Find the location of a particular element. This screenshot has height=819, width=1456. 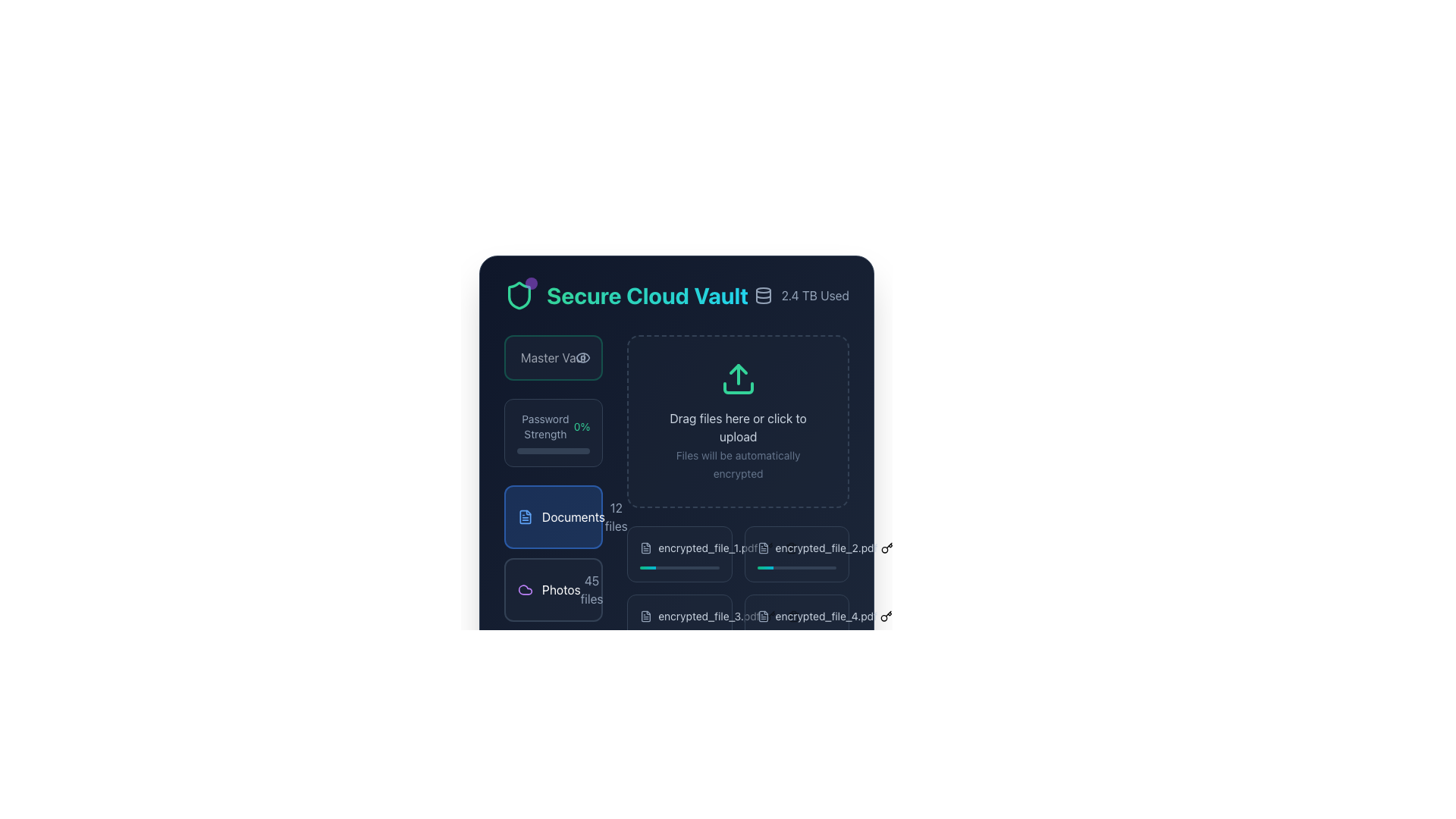

the trash can icon button located below the 'Documents' section to change its color to red is located at coordinates (790, 548).